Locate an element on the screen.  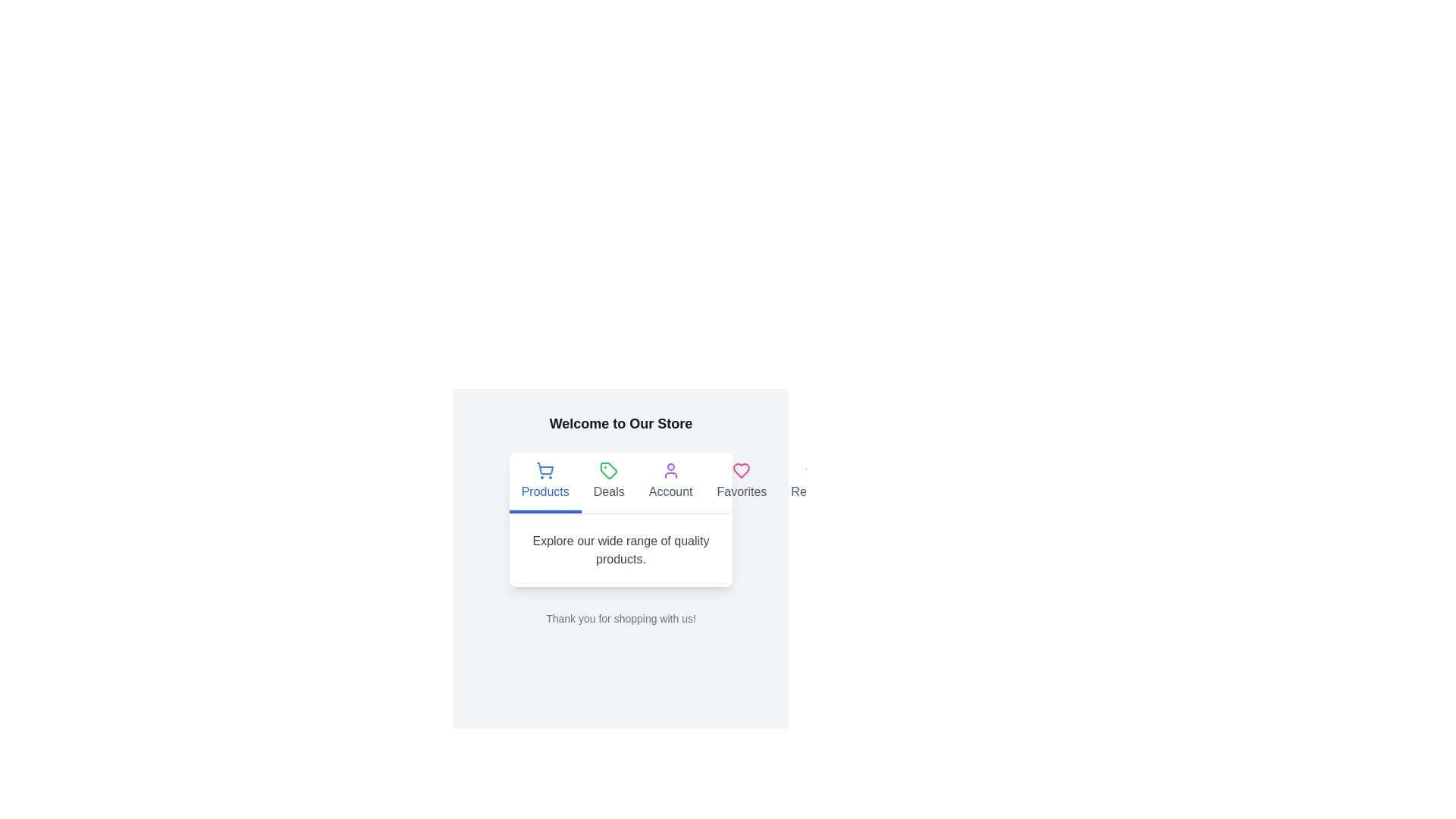
the 'Favorites' navigation tab, which is represented by a pink heart icon and is the fourth item is located at coordinates (742, 482).